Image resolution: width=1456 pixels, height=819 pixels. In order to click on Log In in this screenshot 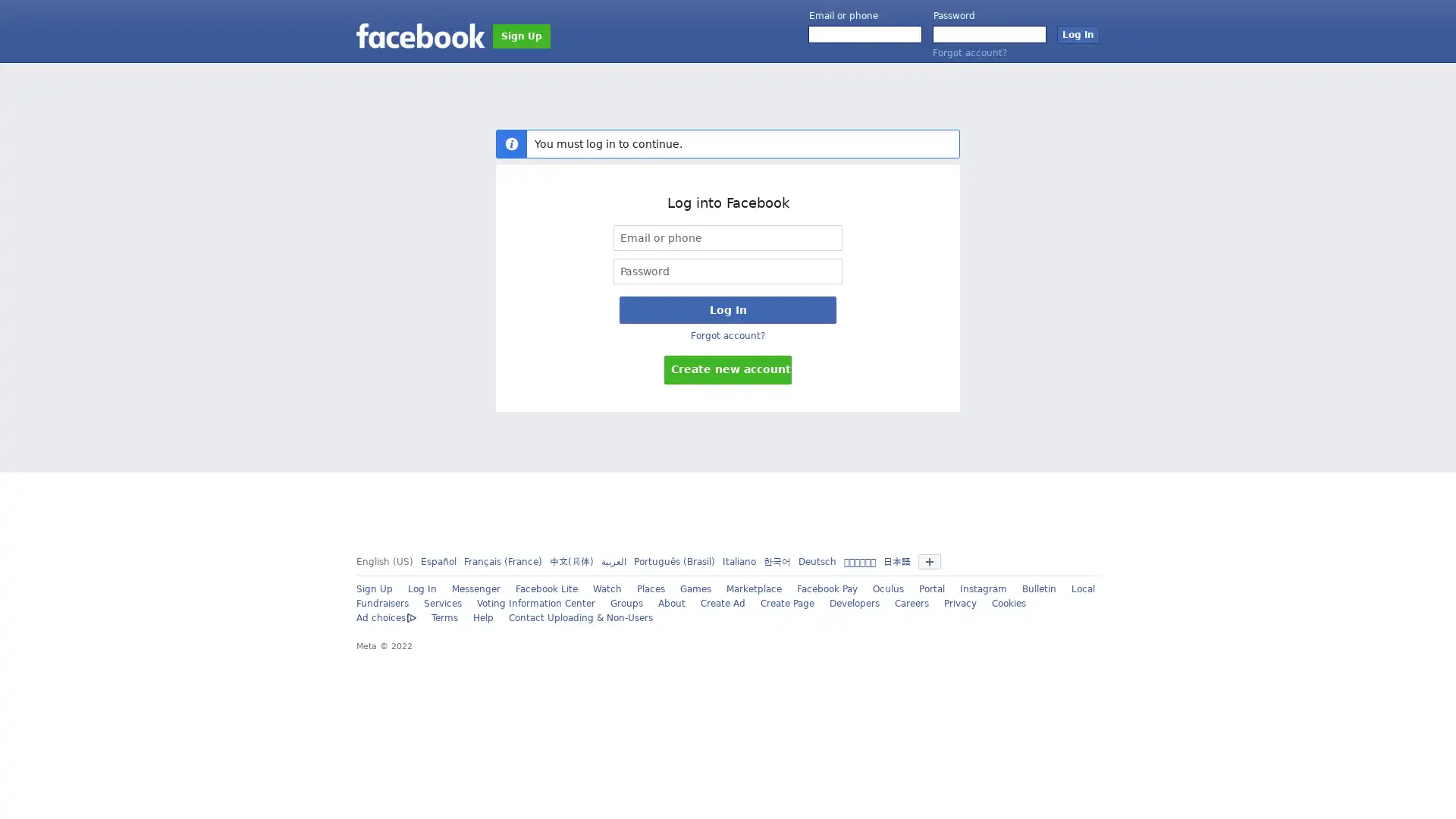, I will do `click(728, 309)`.